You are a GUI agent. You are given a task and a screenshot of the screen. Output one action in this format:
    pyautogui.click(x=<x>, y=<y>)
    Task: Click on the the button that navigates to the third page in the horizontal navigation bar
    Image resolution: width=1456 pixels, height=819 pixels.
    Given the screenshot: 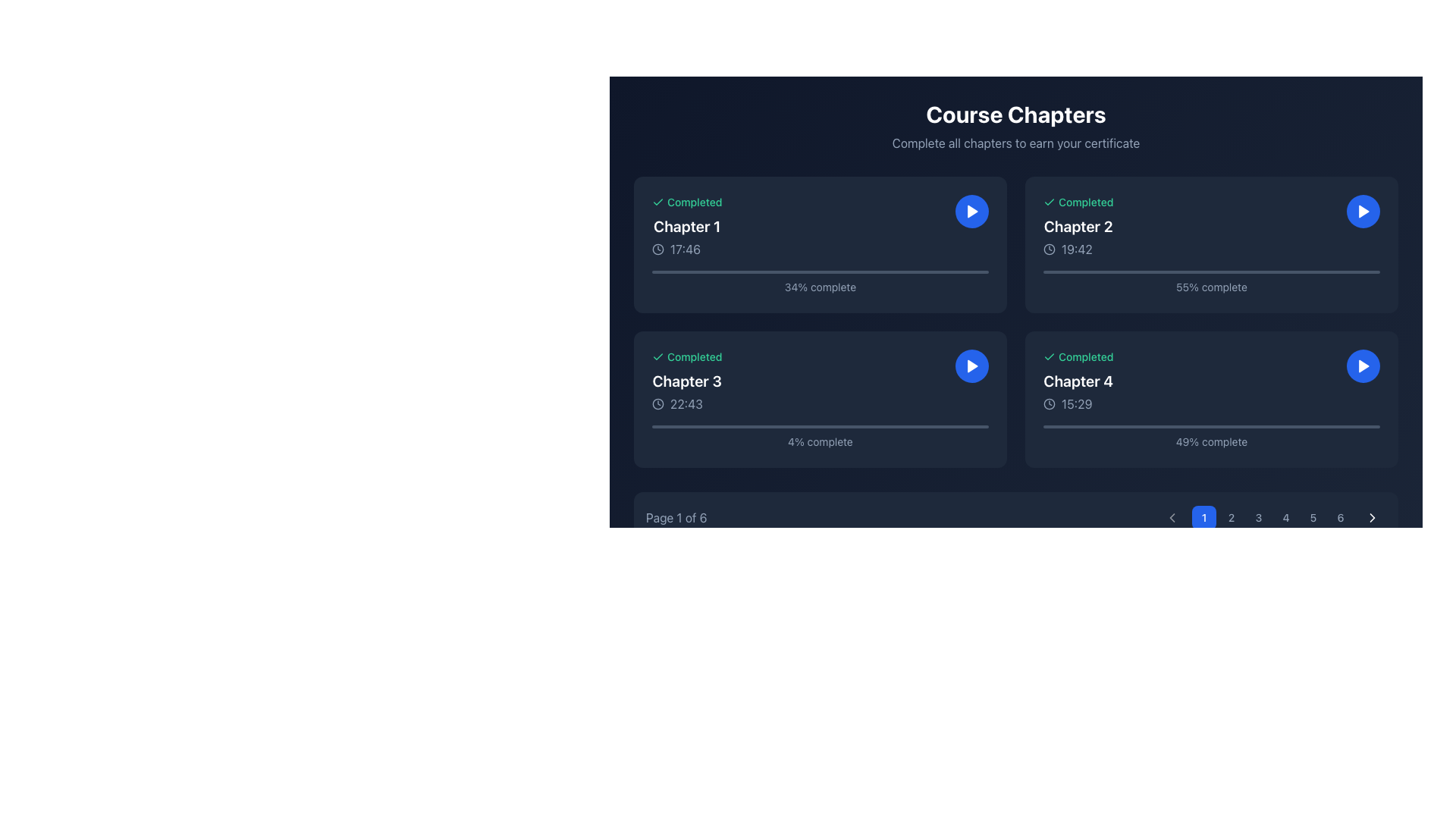 What is the action you would take?
    pyautogui.click(x=1259, y=516)
    